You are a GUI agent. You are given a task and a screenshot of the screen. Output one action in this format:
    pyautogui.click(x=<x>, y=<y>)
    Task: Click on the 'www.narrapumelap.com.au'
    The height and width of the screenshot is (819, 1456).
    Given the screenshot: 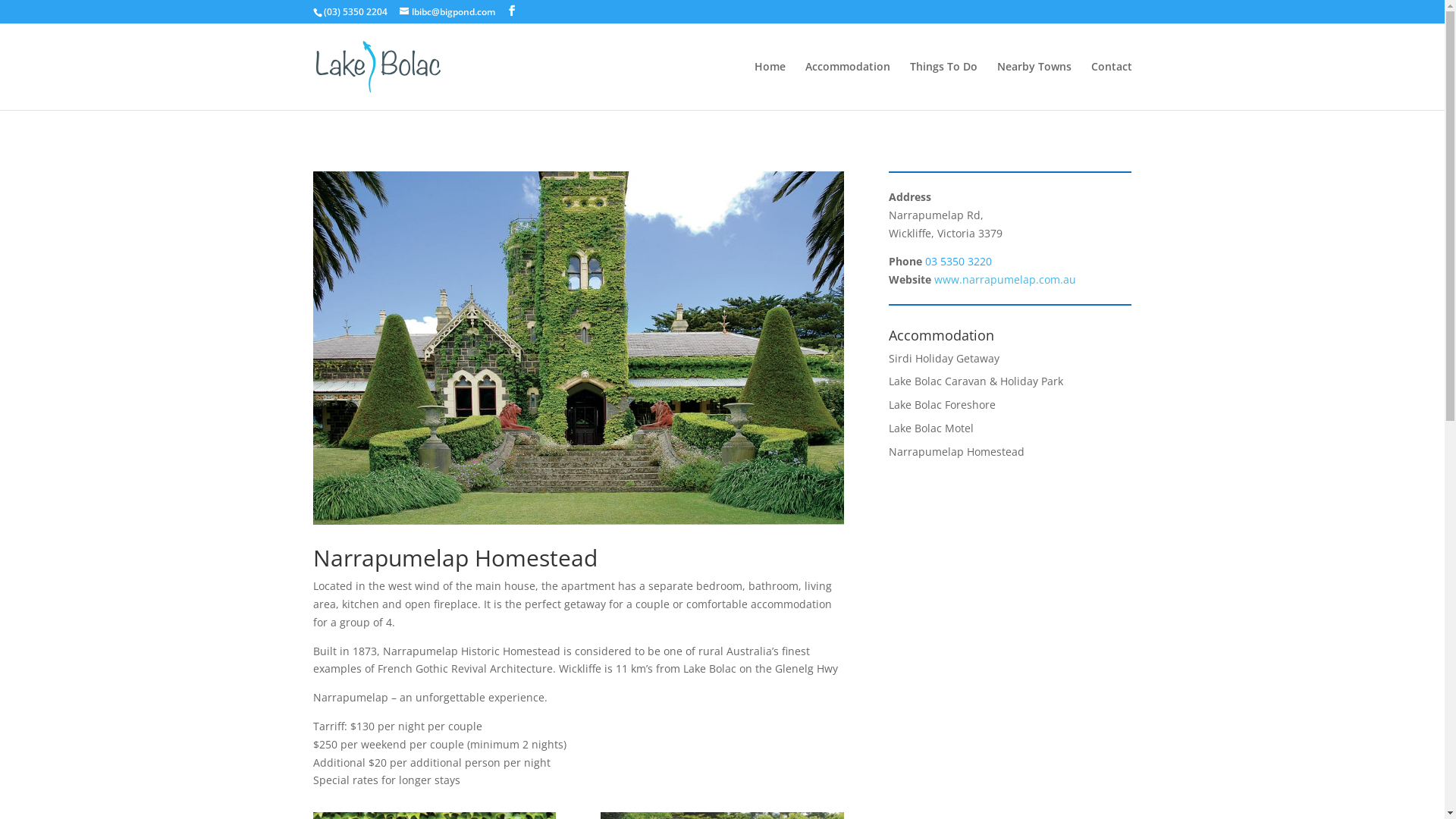 What is the action you would take?
    pyautogui.click(x=934, y=279)
    